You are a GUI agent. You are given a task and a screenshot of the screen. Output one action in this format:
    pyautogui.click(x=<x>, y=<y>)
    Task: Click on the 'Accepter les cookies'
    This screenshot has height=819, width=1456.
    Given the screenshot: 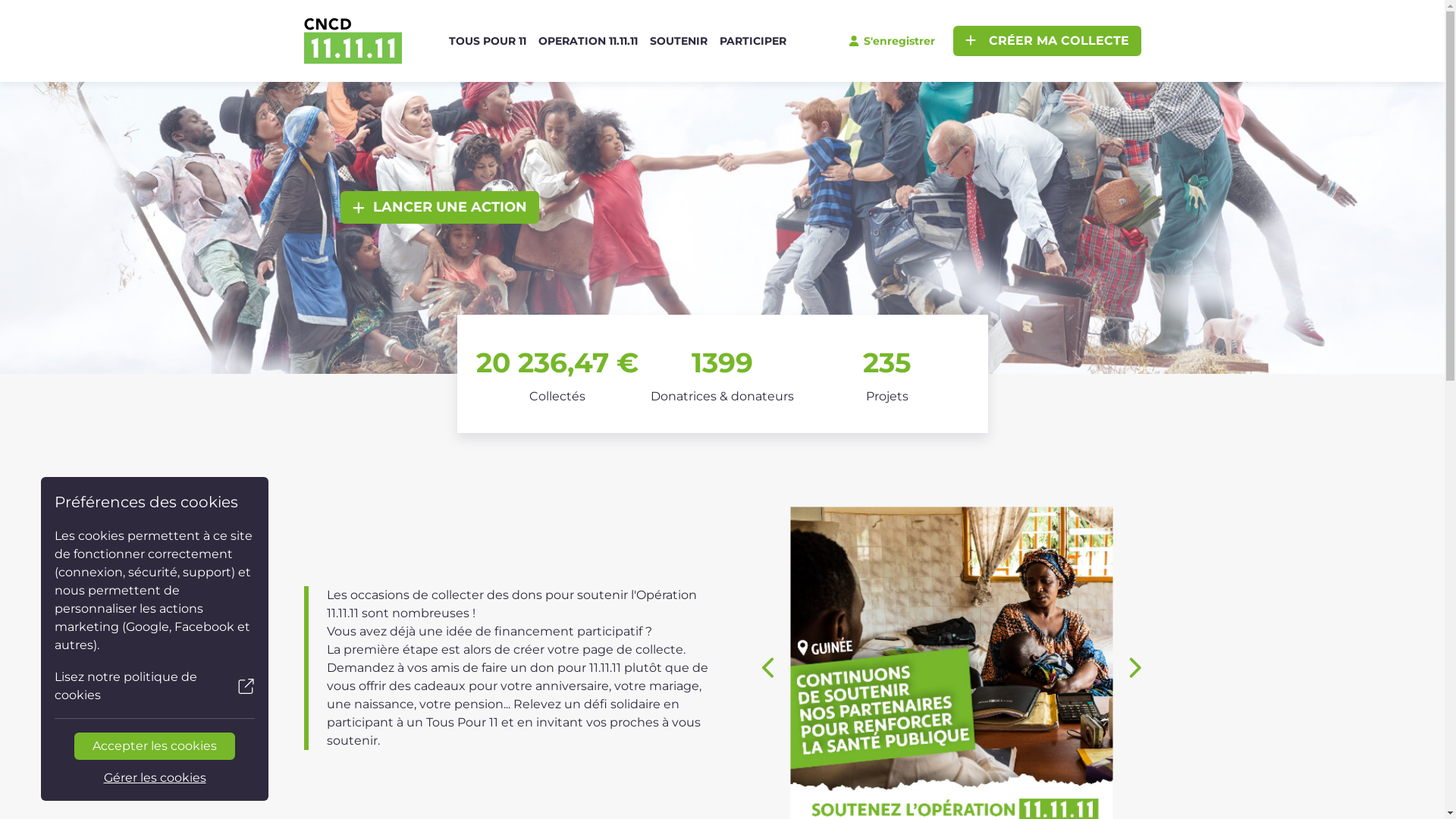 What is the action you would take?
    pyautogui.click(x=155, y=745)
    